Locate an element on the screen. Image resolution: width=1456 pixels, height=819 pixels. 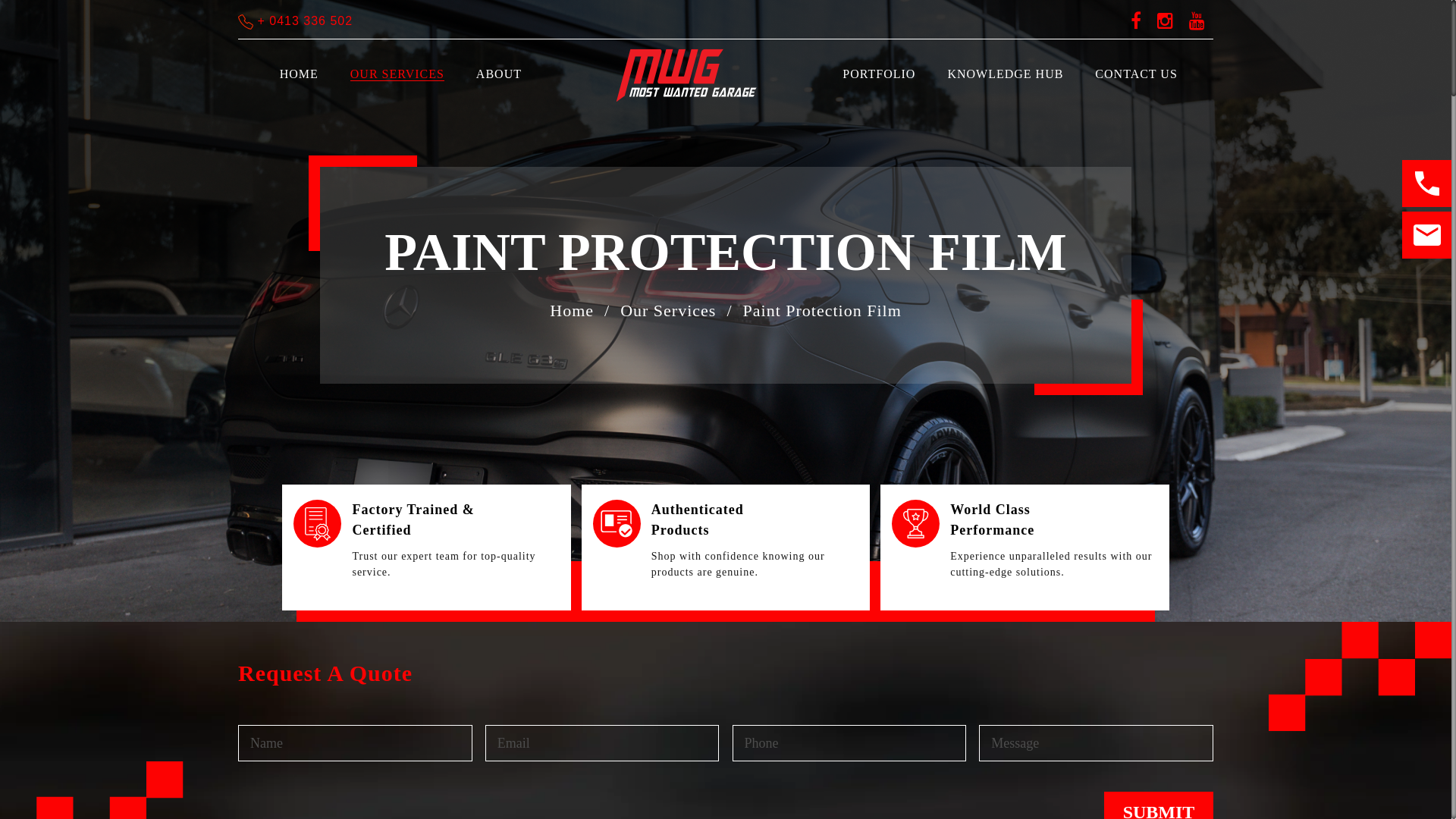
'Home' is located at coordinates (570, 309).